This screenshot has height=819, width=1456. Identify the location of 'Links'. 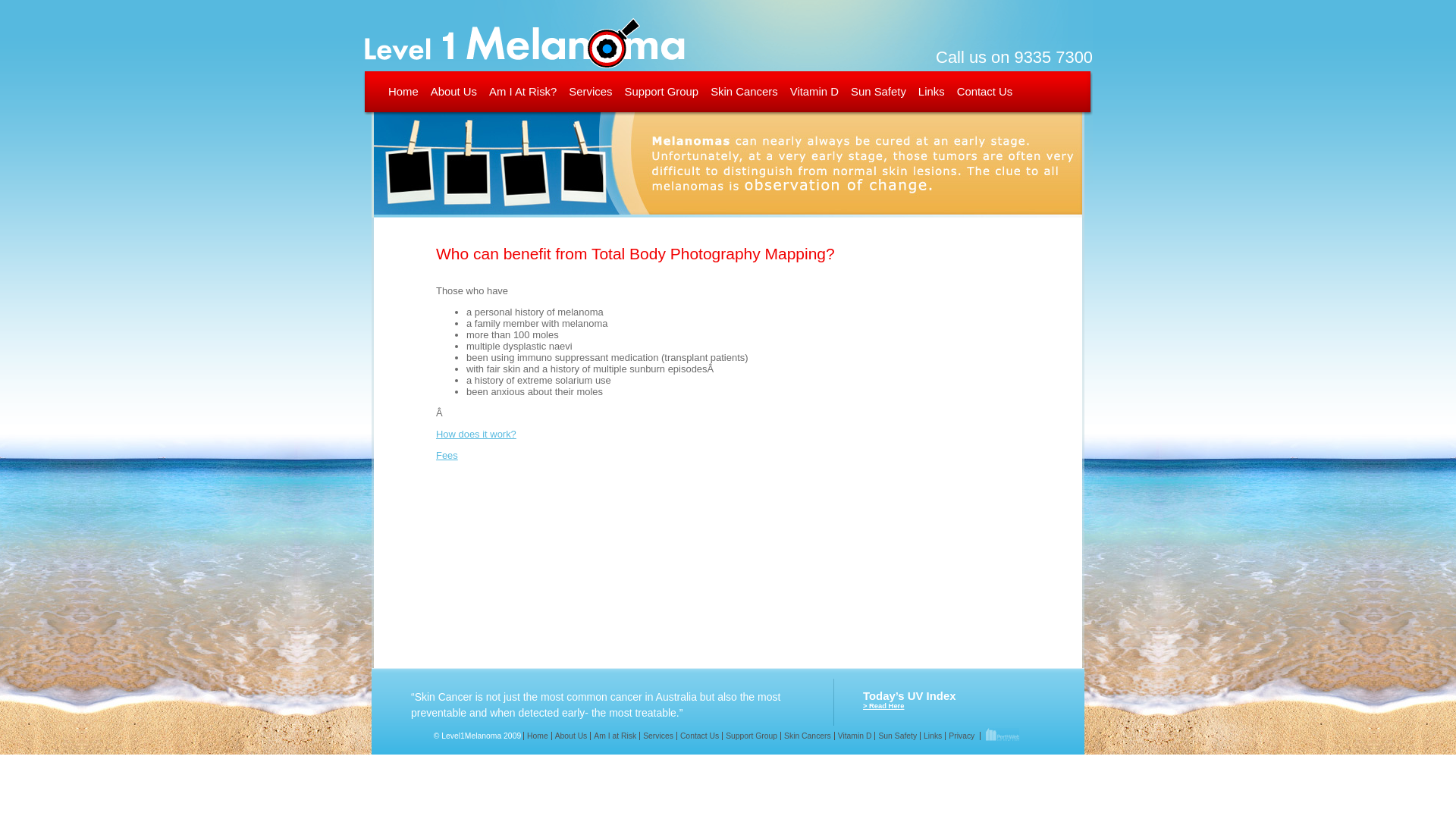
(917, 91).